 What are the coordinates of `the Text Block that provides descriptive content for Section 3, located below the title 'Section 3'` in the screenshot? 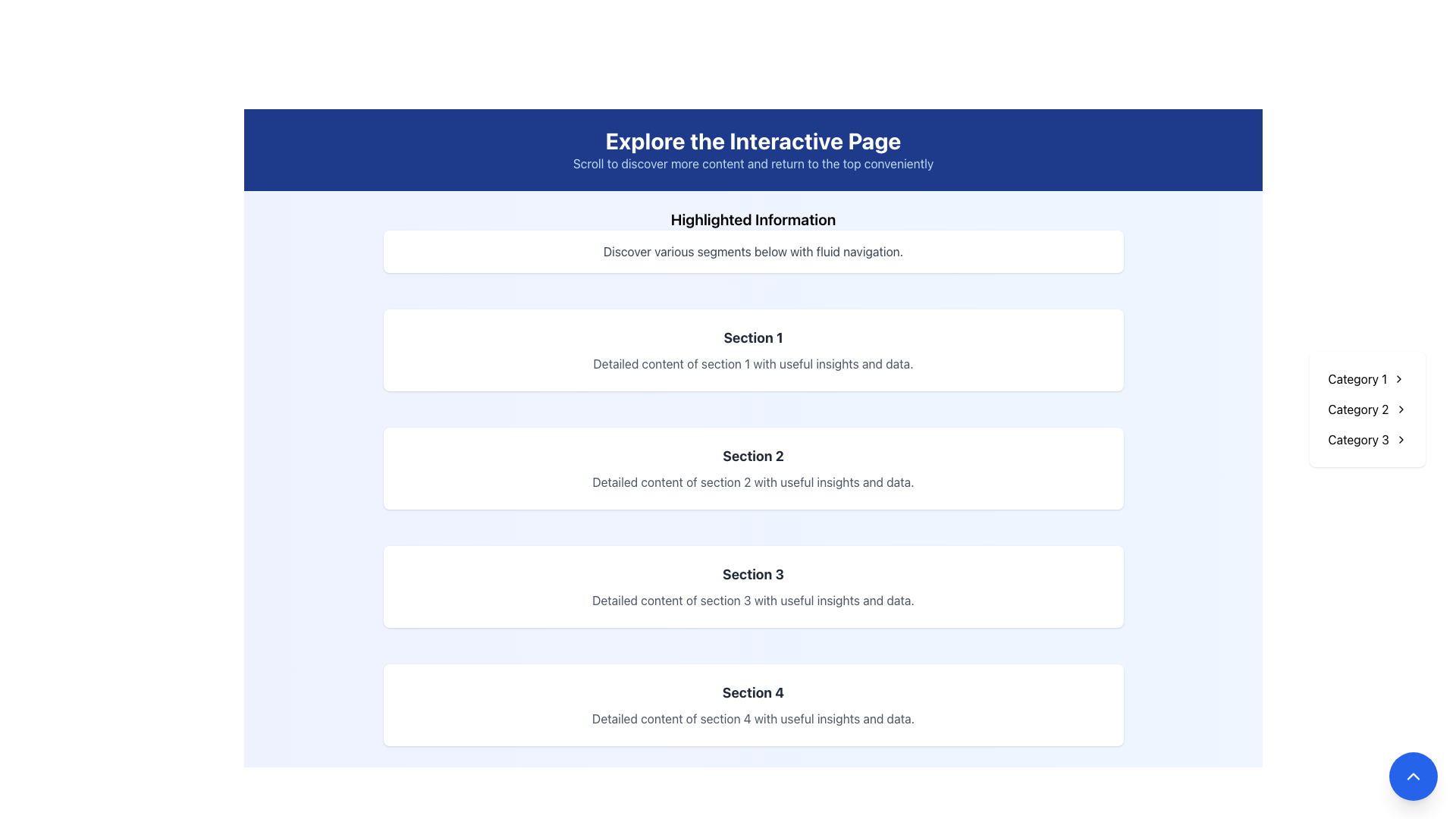 It's located at (753, 599).